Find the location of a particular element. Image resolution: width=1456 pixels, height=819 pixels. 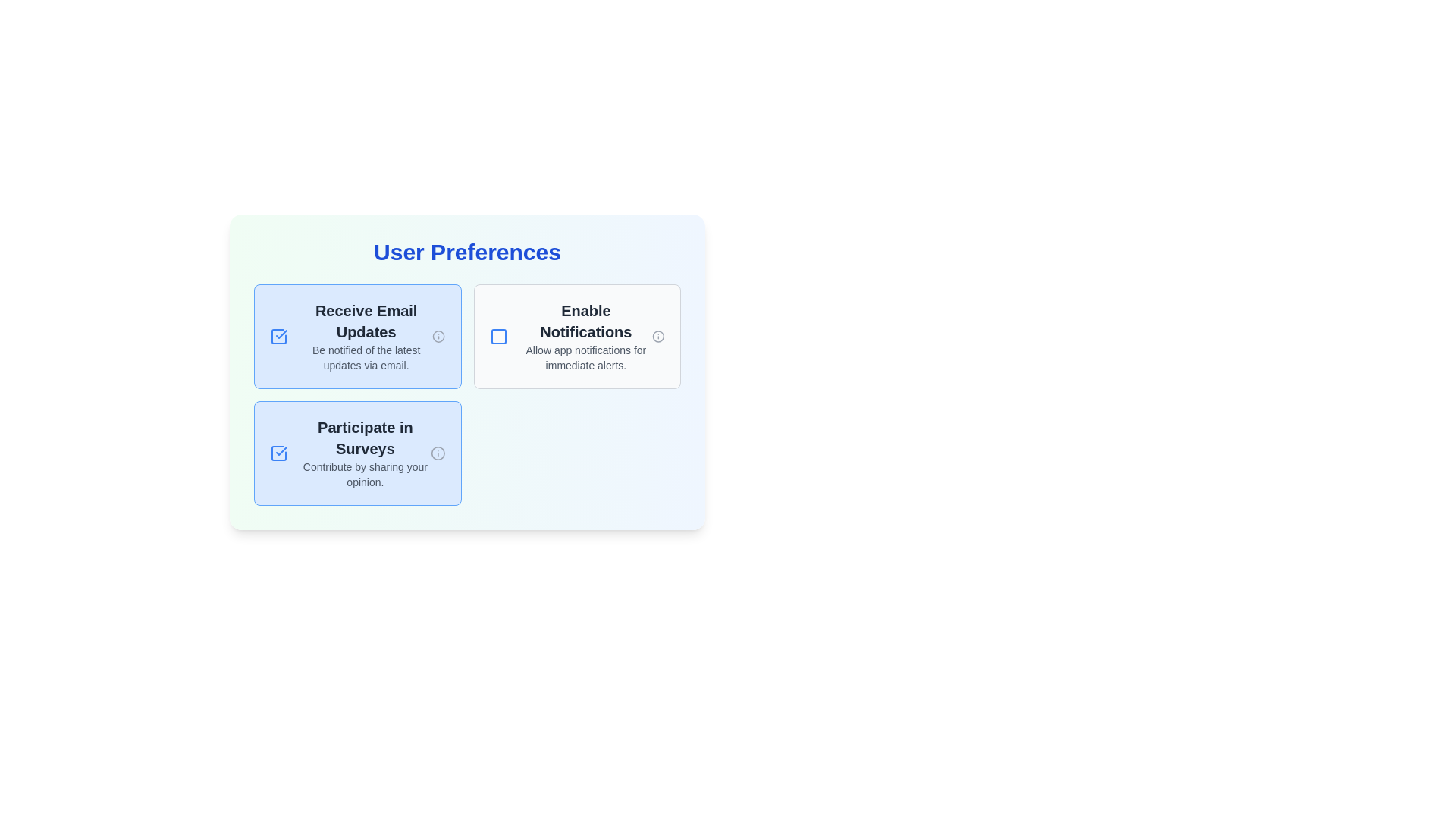

the grid layout that organizes selectable preference options within the 'User Preferences' section to interact with the checkboxes is located at coordinates (466, 394).